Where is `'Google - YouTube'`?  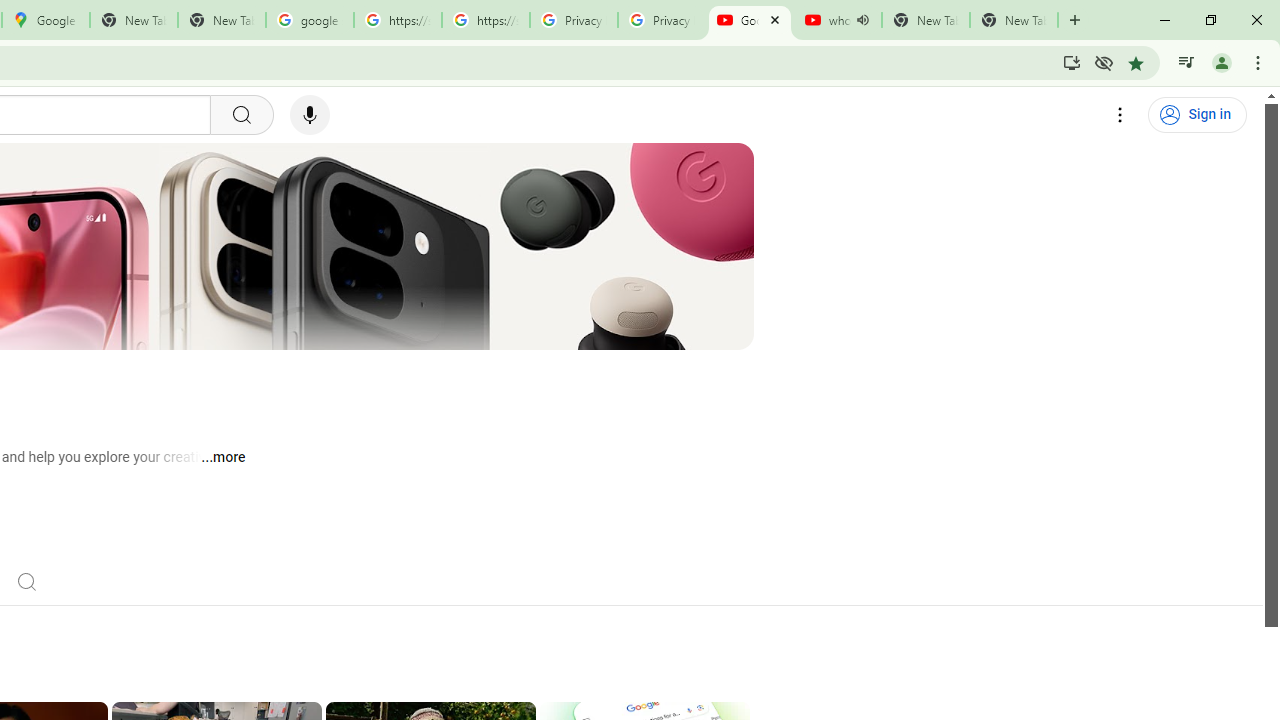 'Google - YouTube' is located at coordinates (749, 20).